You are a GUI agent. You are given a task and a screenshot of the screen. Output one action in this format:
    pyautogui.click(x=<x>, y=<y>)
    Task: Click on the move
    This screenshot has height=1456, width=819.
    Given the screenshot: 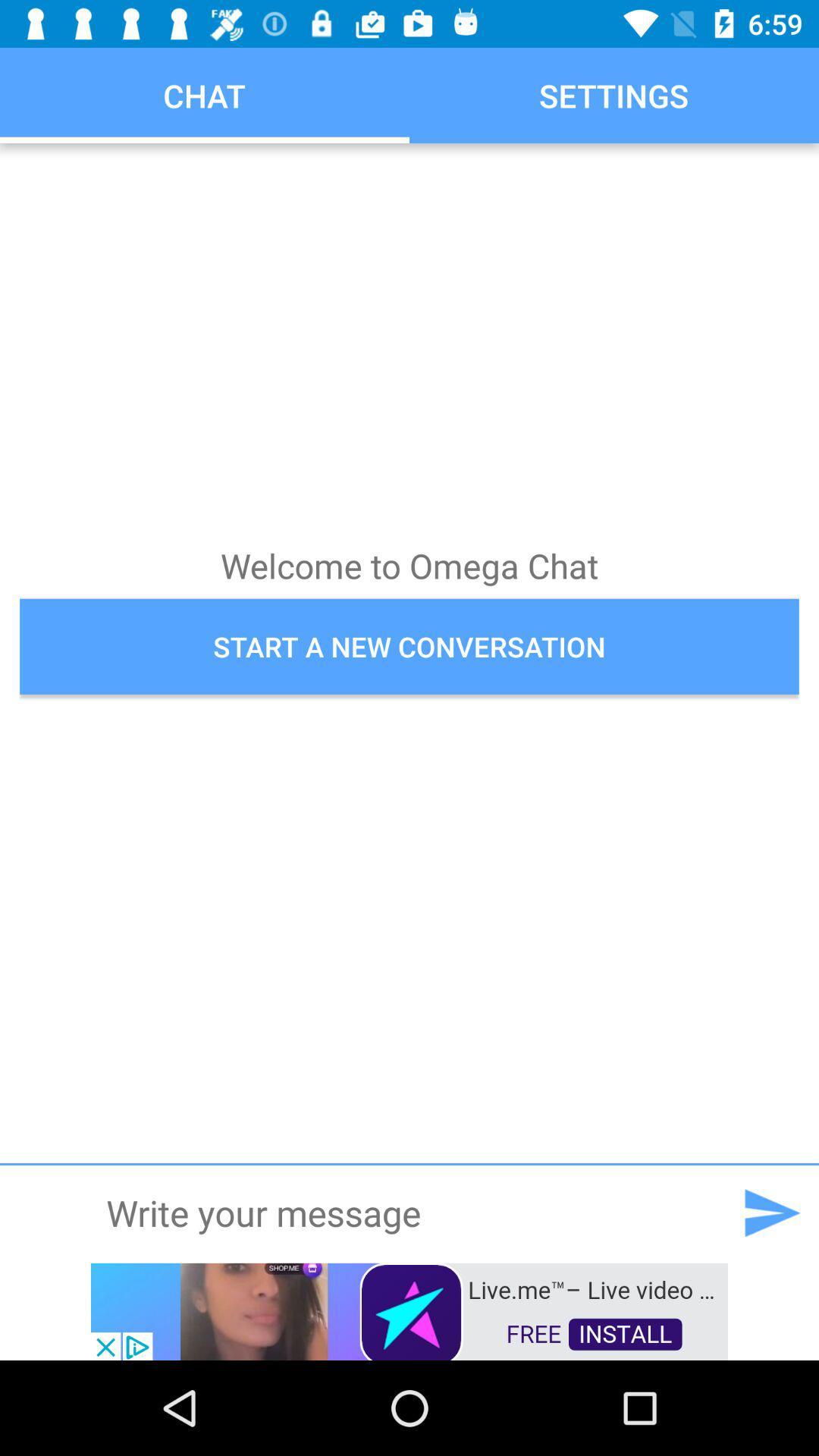 What is the action you would take?
    pyautogui.click(x=771, y=1212)
    